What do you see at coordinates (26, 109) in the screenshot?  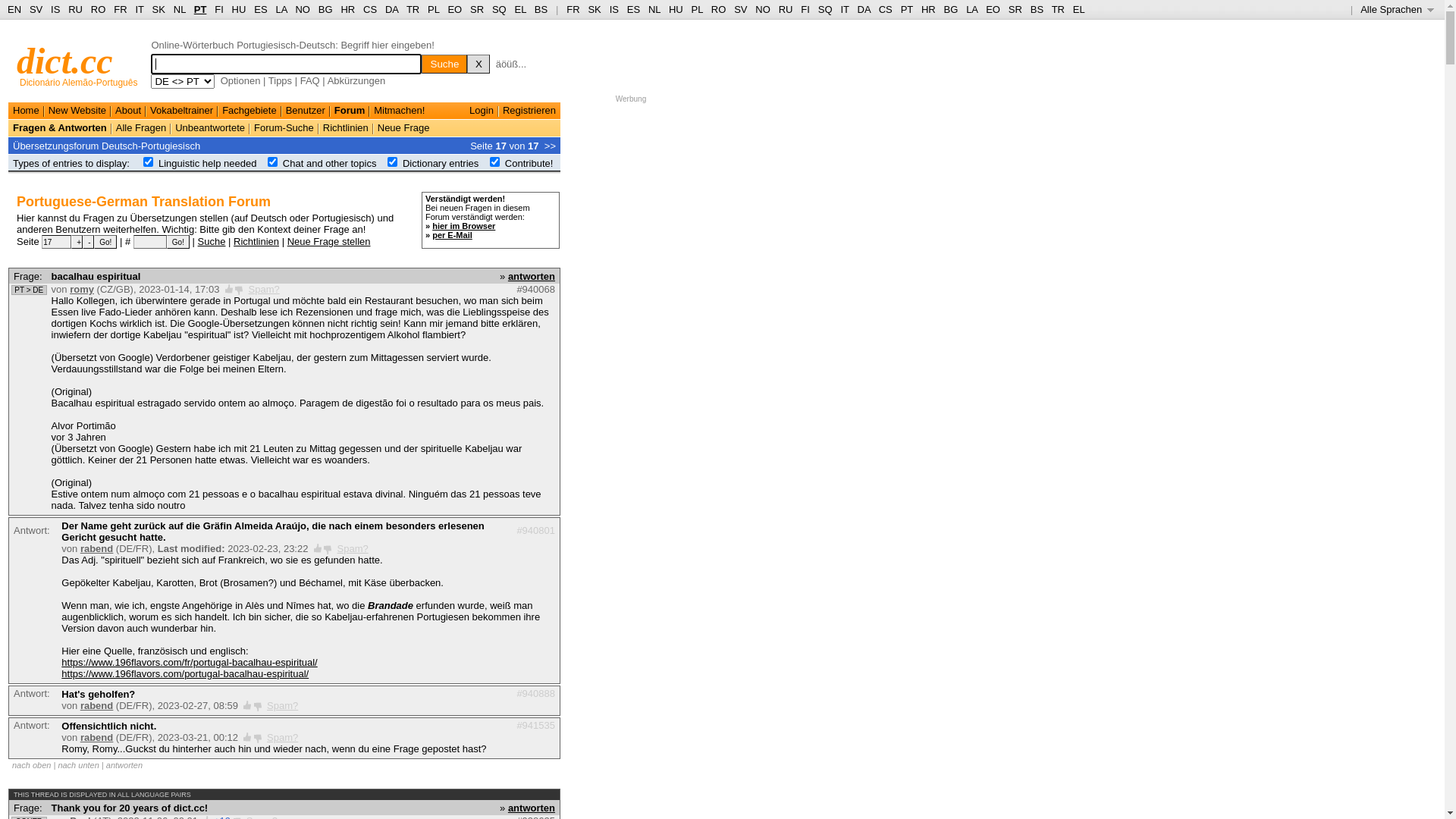 I see `'Home'` at bounding box center [26, 109].